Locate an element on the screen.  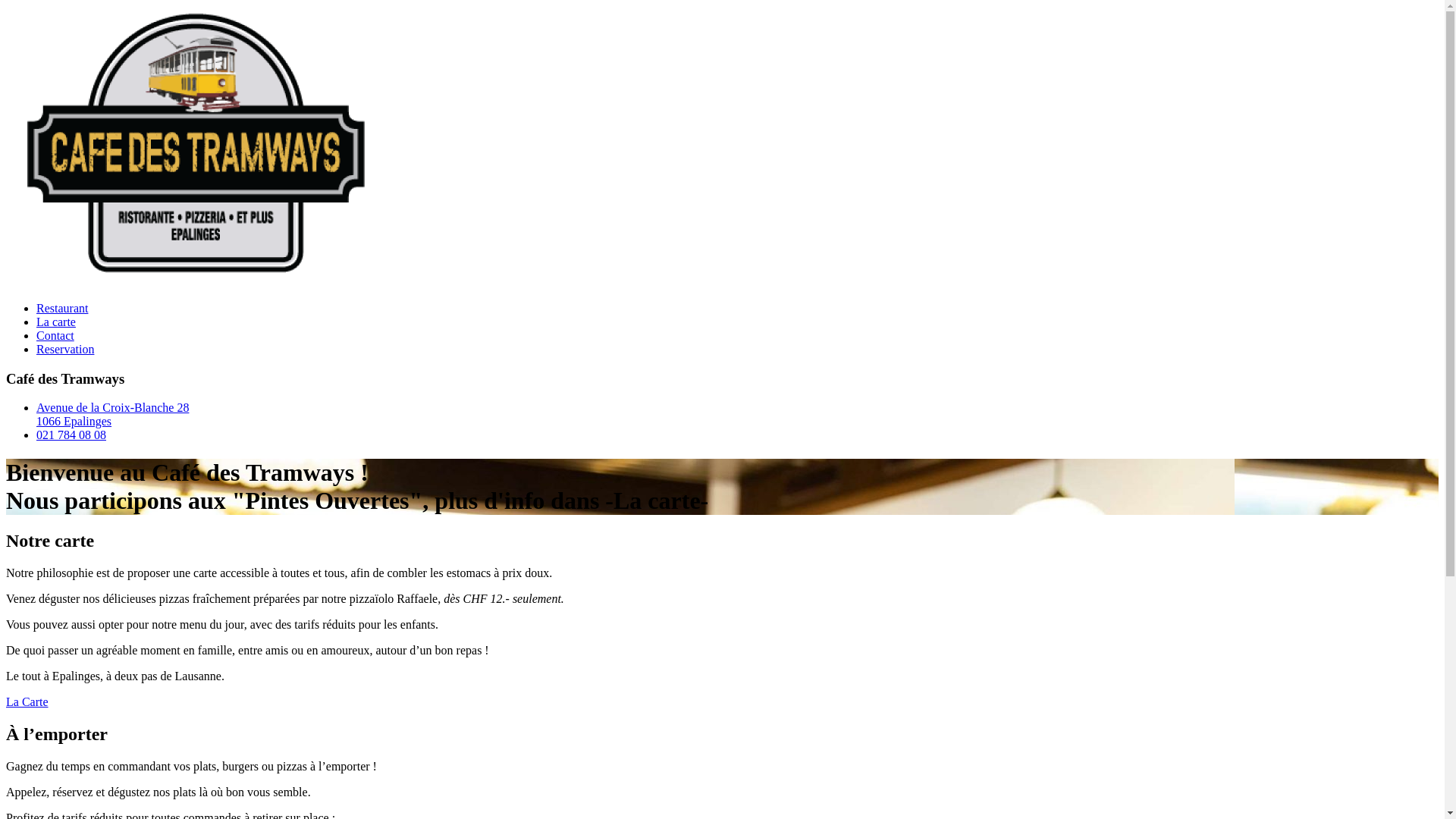
'Contact' is located at coordinates (55, 334).